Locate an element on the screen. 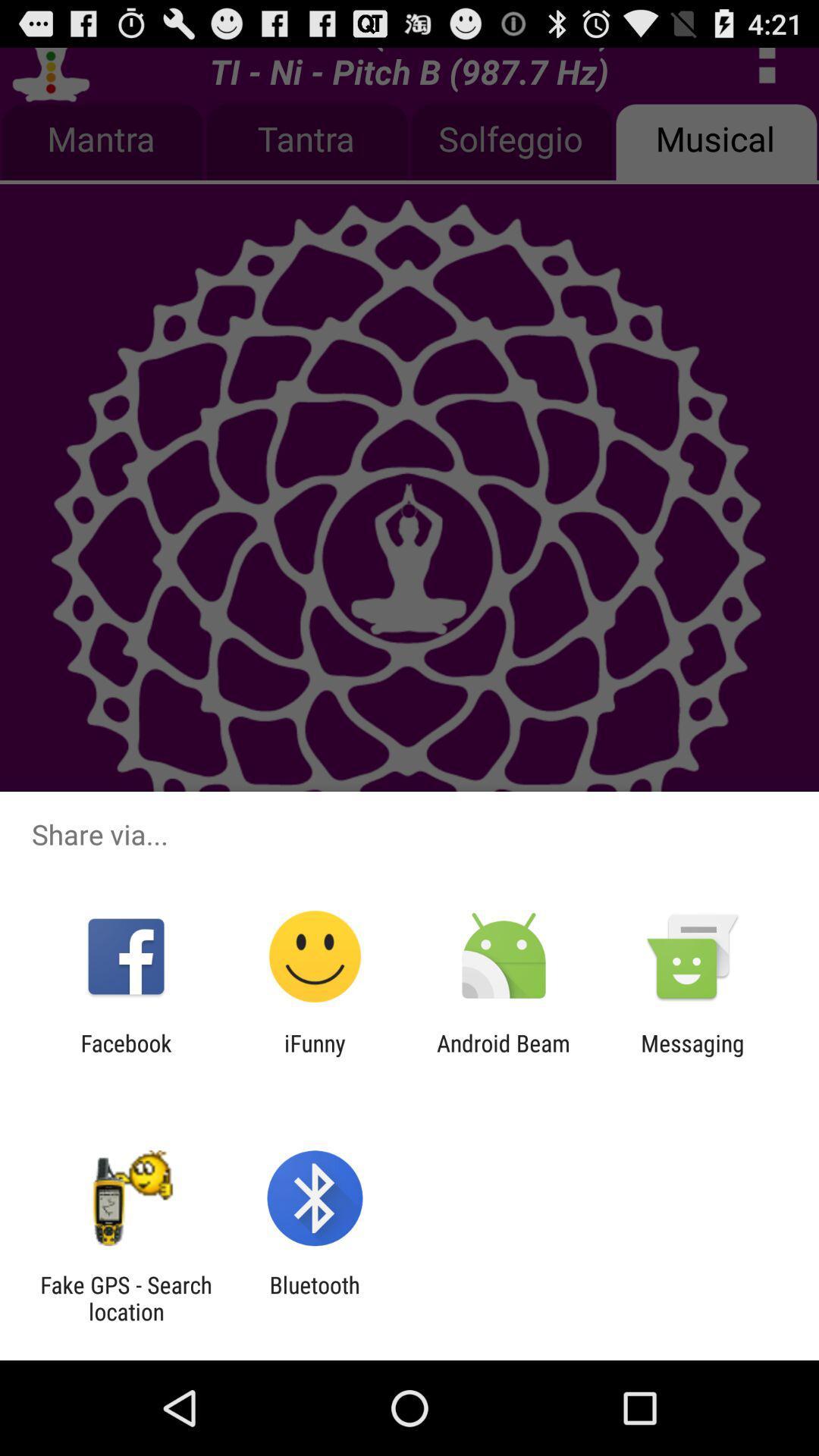  the fake gps search app is located at coordinates (125, 1298).